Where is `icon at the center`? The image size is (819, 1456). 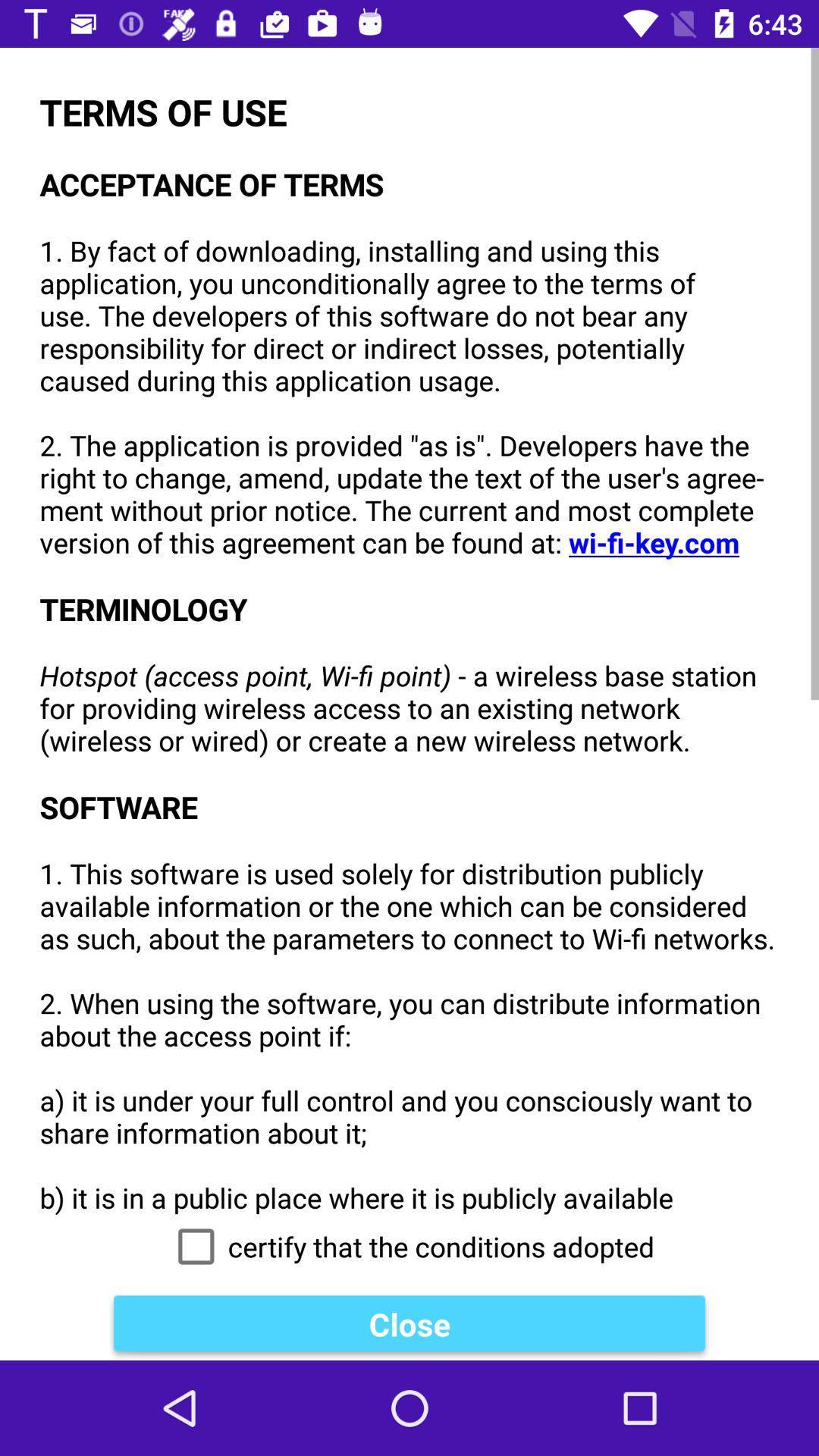 icon at the center is located at coordinates (409, 631).